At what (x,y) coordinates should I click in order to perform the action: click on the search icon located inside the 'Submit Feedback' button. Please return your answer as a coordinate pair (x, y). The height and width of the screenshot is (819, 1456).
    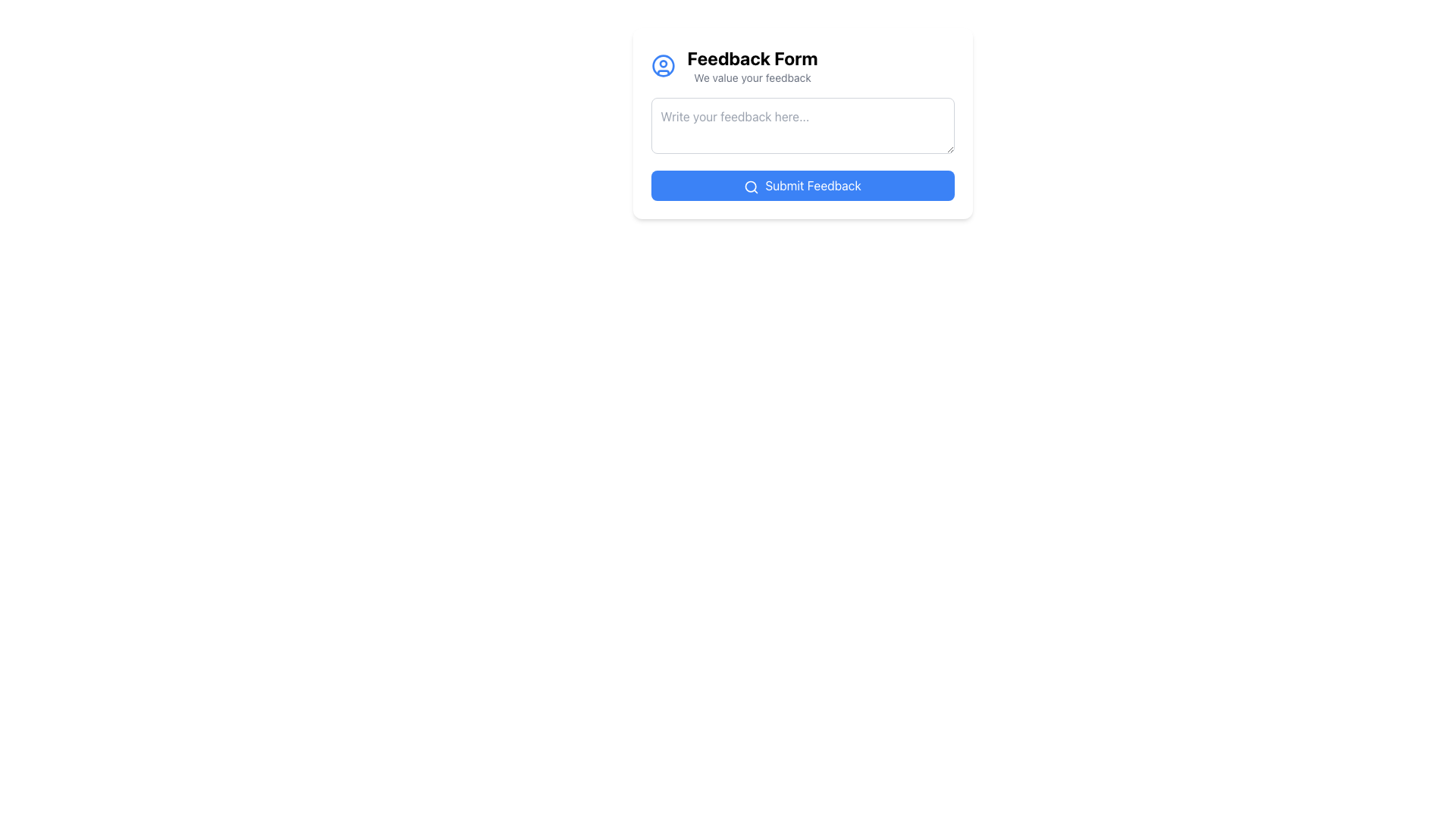
    Looking at the image, I should click on (752, 186).